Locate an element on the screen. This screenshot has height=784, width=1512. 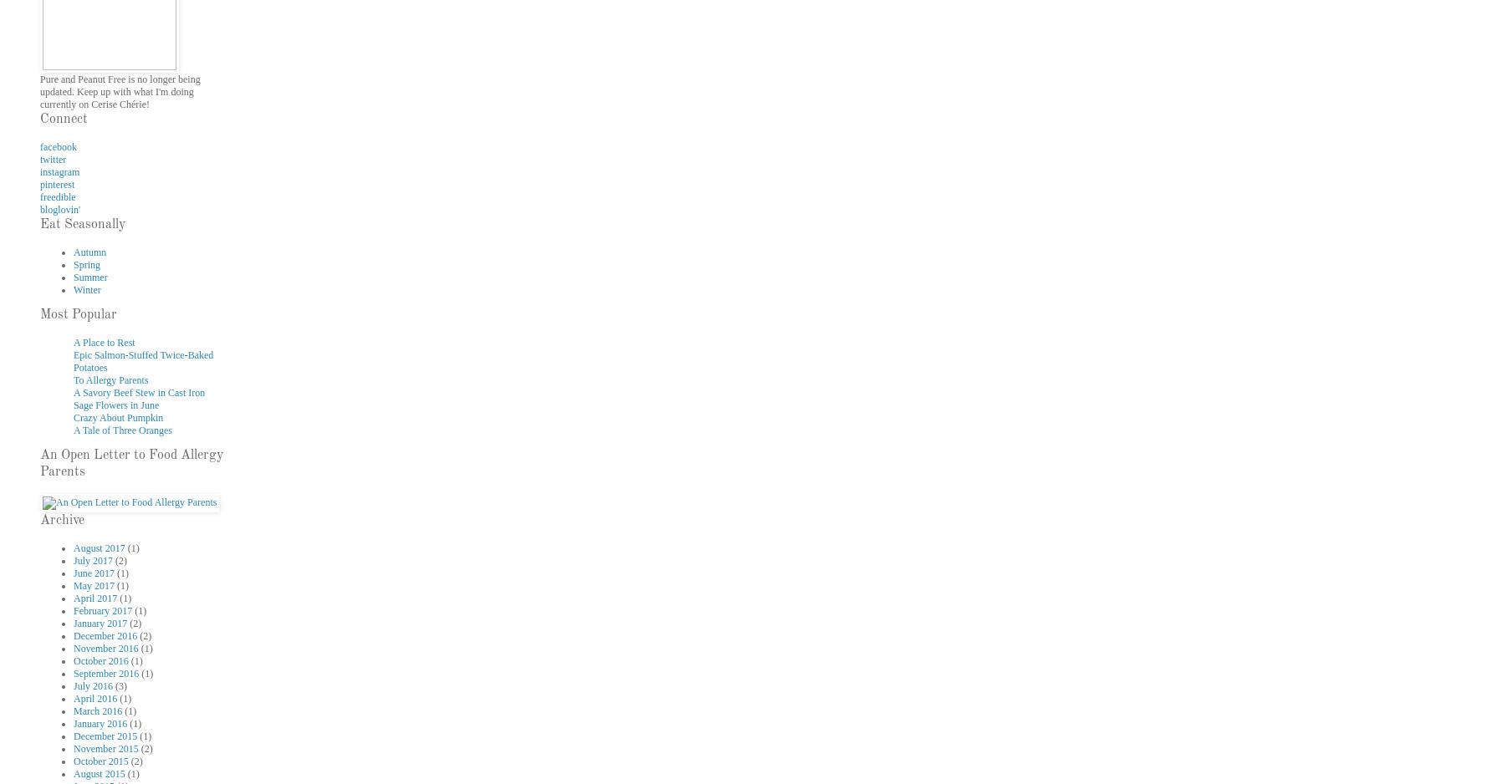
'Sage Flowers in June' is located at coordinates (115, 405).